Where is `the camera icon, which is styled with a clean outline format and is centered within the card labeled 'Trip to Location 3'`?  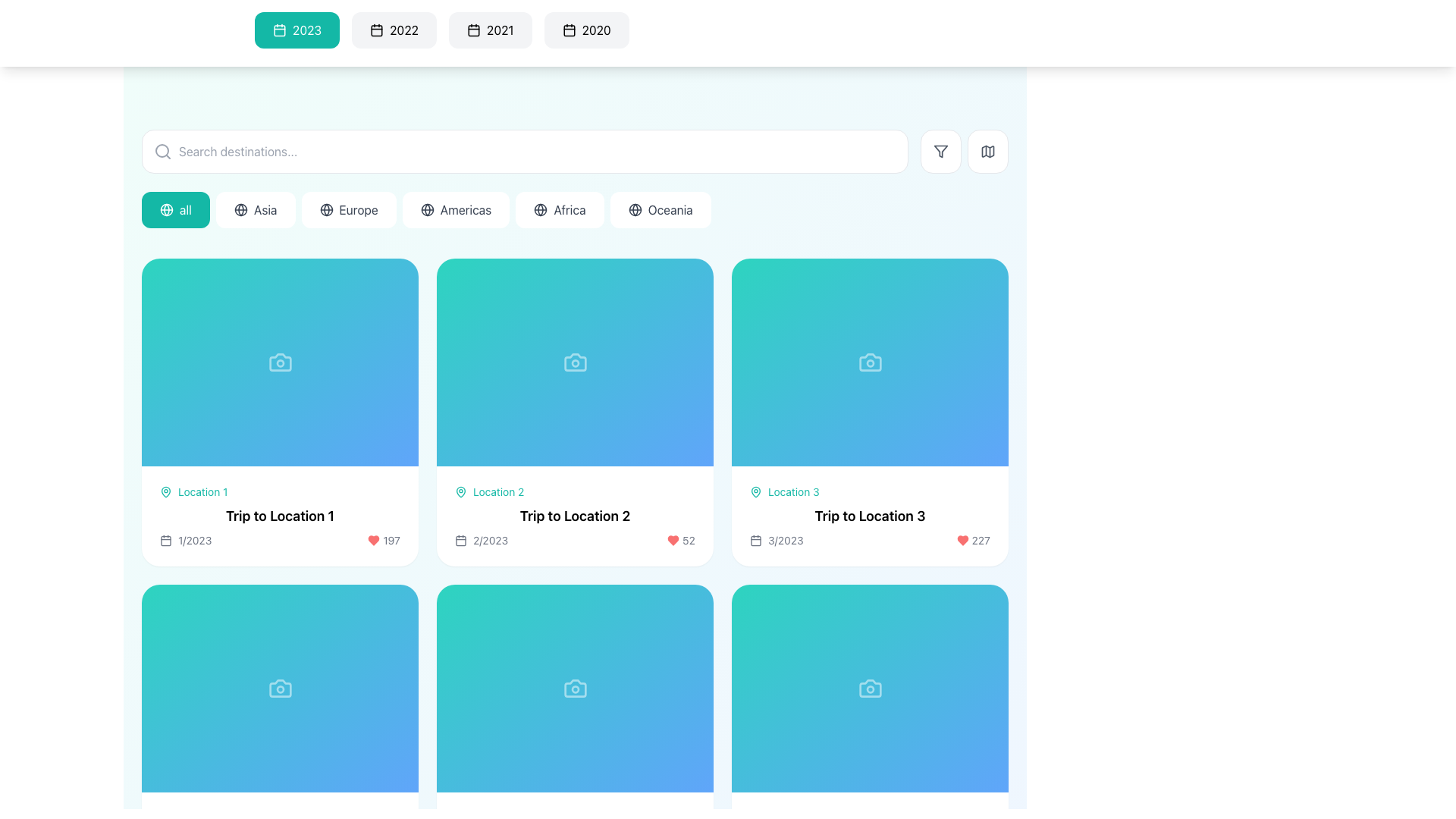
the camera icon, which is styled with a clean outline format and is centered within the card labeled 'Trip to Location 3' is located at coordinates (870, 362).